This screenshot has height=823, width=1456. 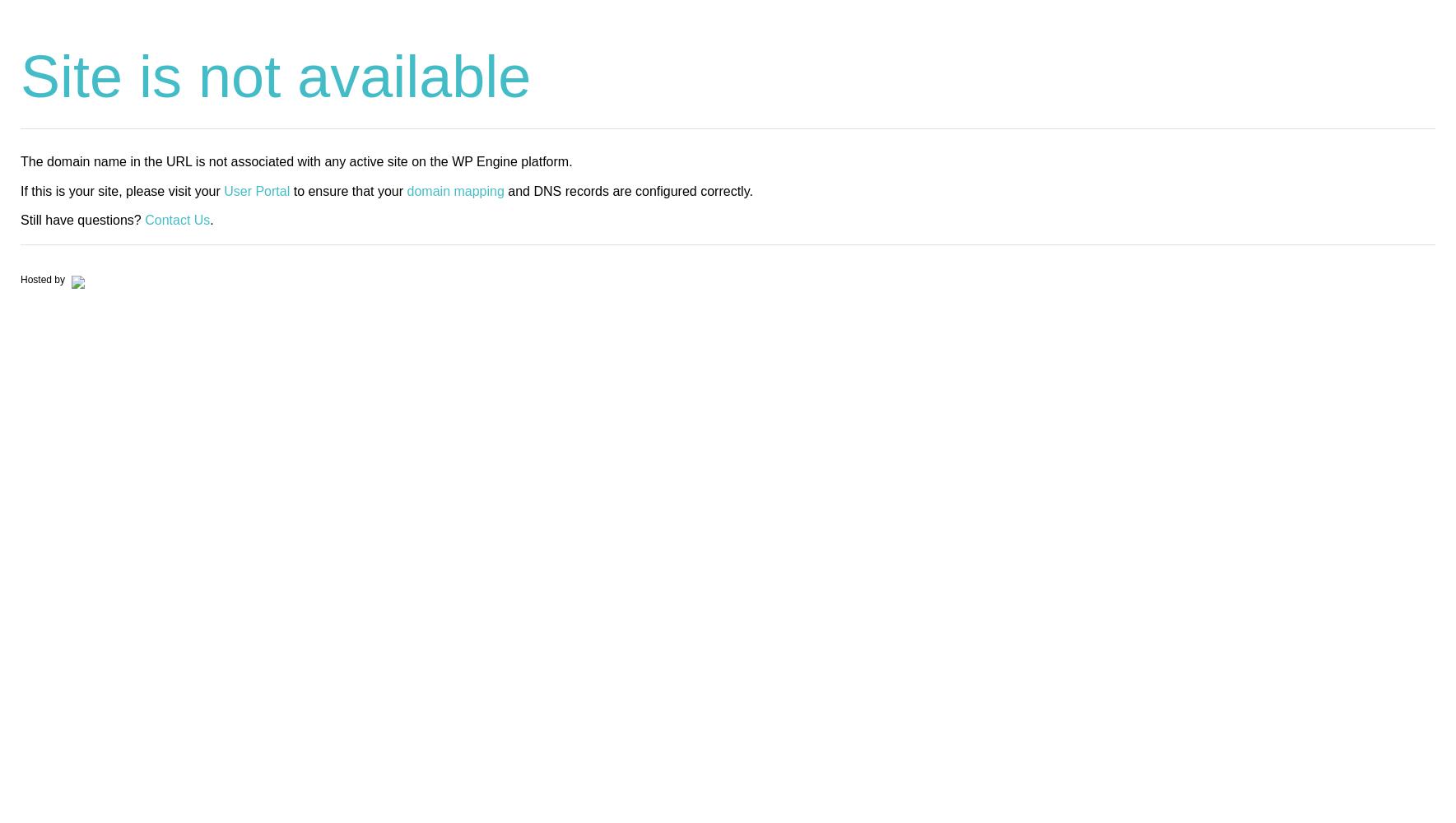 I want to click on 'and DNS records are
        configured correctly.', so click(x=504, y=189).